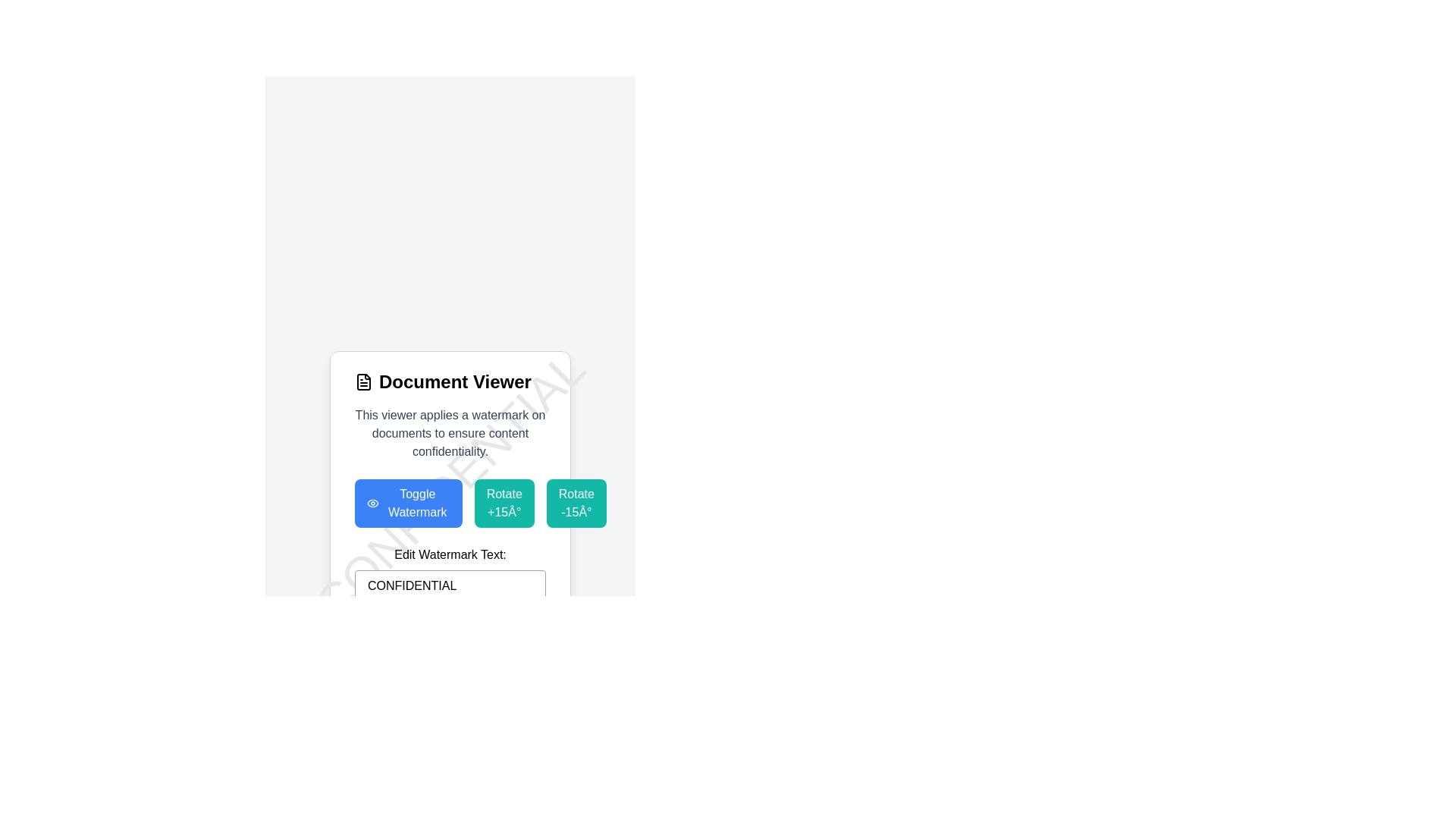 The height and width of the screenshot is (819, 1456). I want to click on the toggle watermark button located in the horizontal group of three buttons below the 'Document Viewer' header, so click(408, 503).